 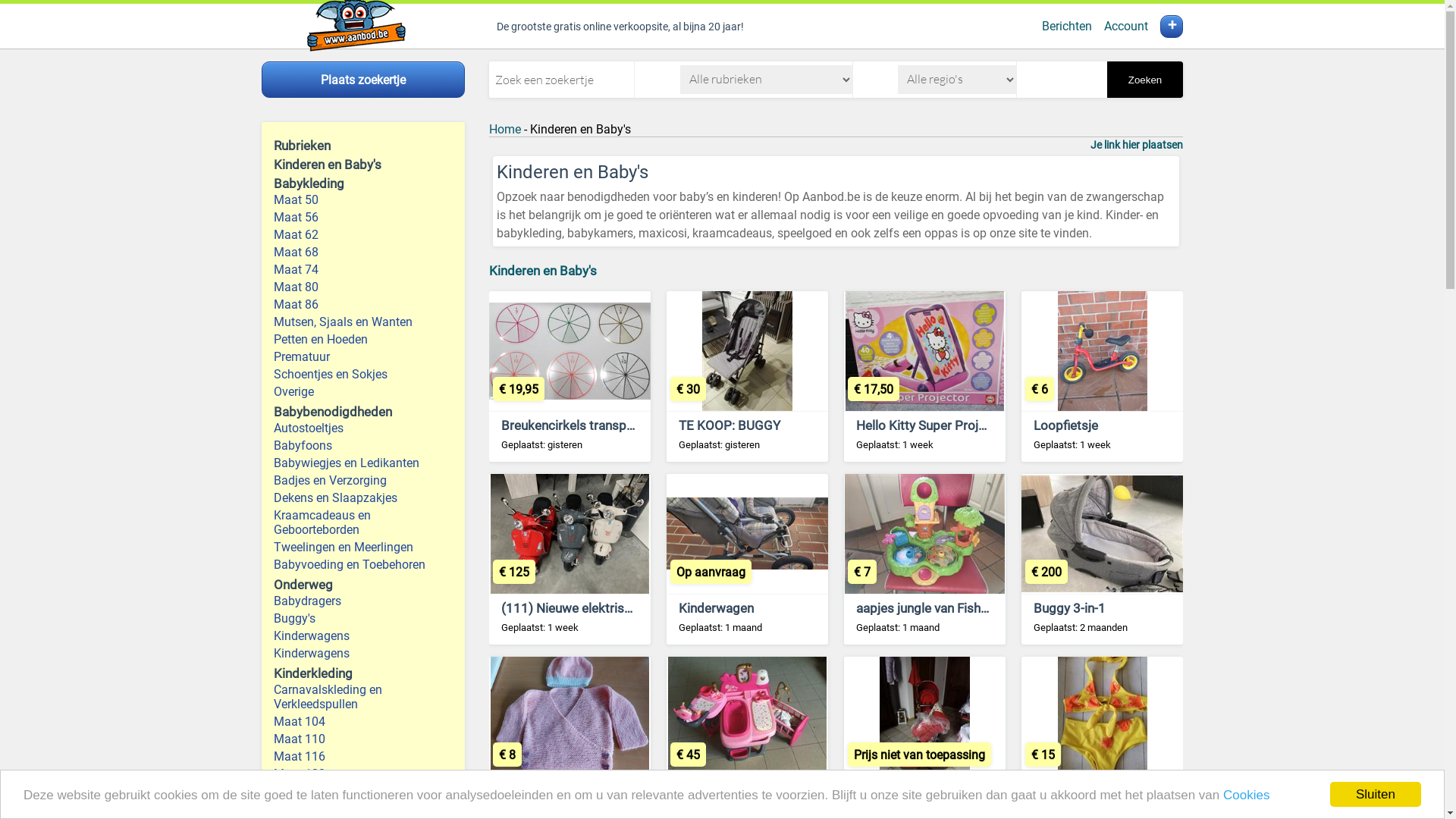 I want to click on 'Mutsen, Sjaals en Wanten', so click(x=362, y=321).